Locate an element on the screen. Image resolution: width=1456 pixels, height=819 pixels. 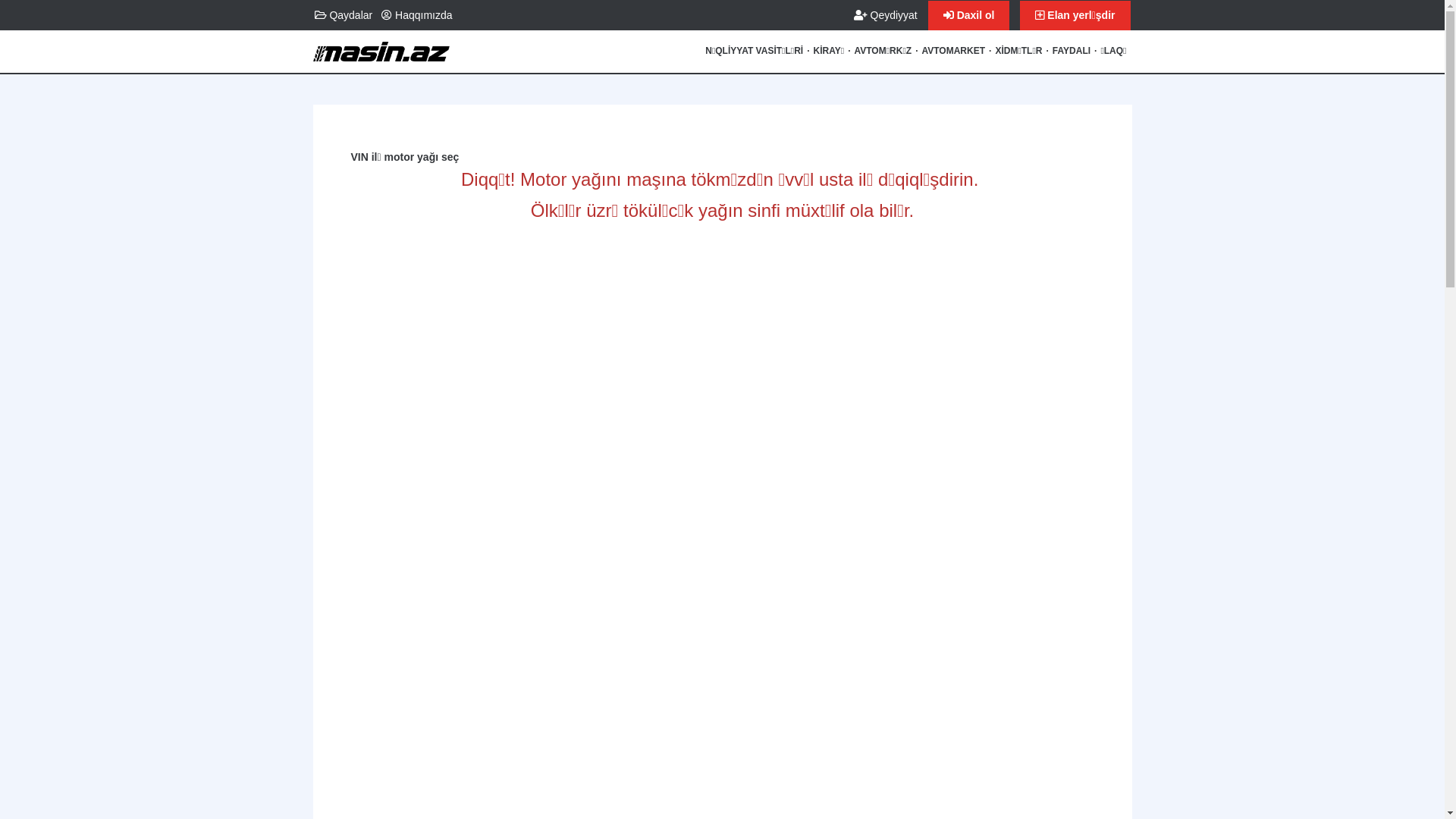
'Loqotip' is located at coordinates (381, 45).